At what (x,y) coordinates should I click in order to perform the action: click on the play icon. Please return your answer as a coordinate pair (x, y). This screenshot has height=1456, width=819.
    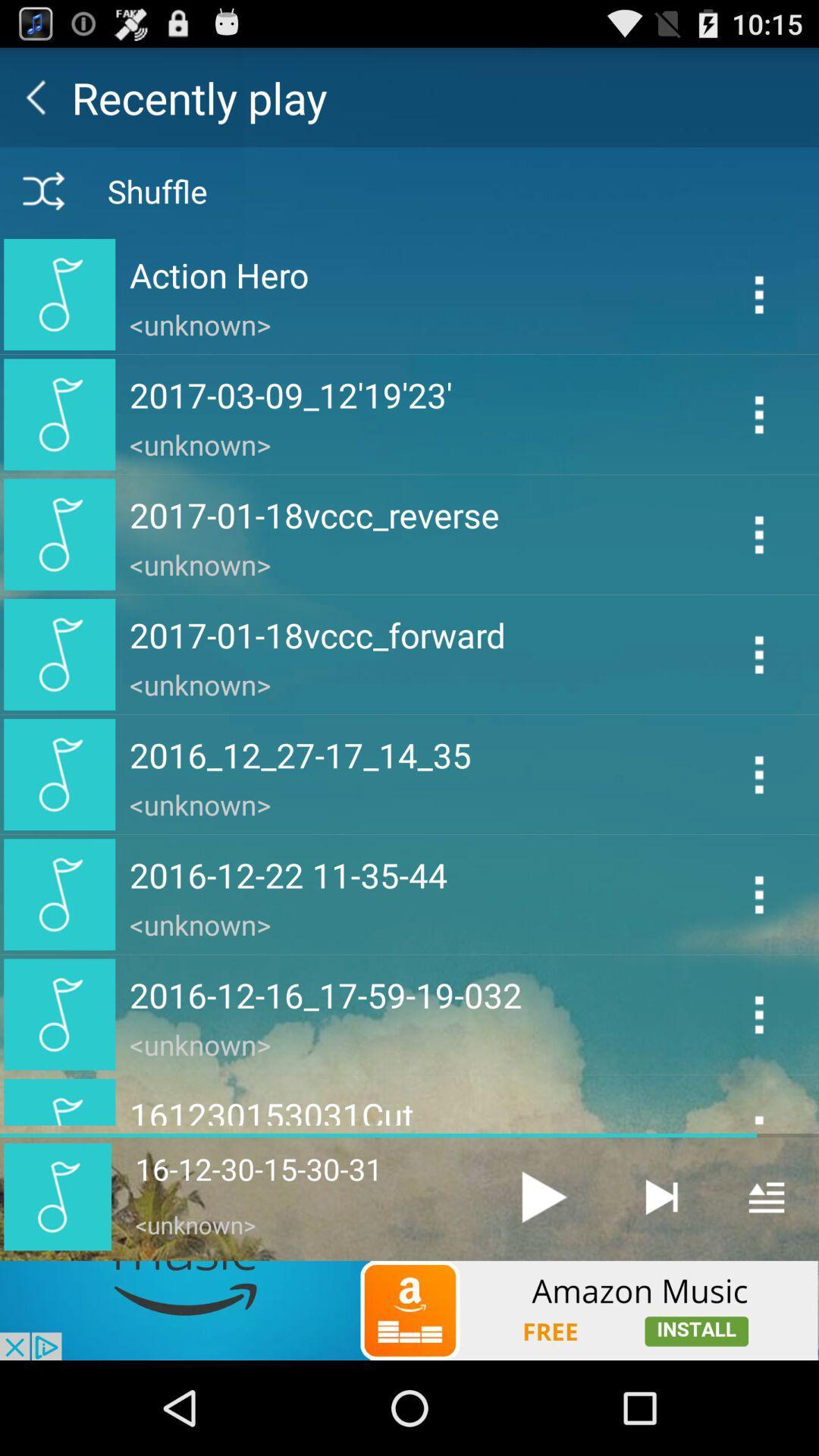
    Looking at the image, I should click on (543, 1280).